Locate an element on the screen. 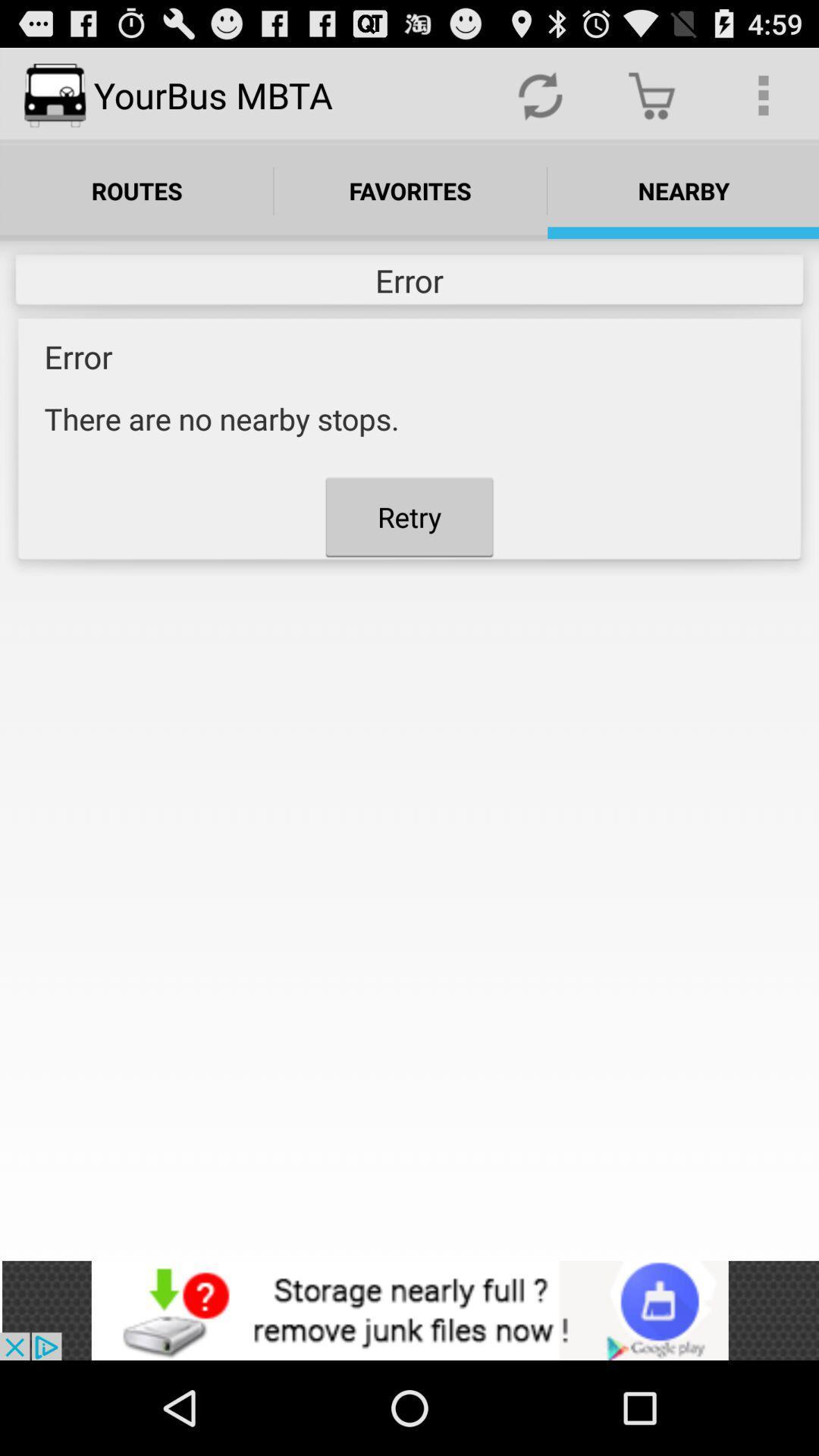 The image size is (819, 1456). the trolly icon is located at coordinates (651, 94).